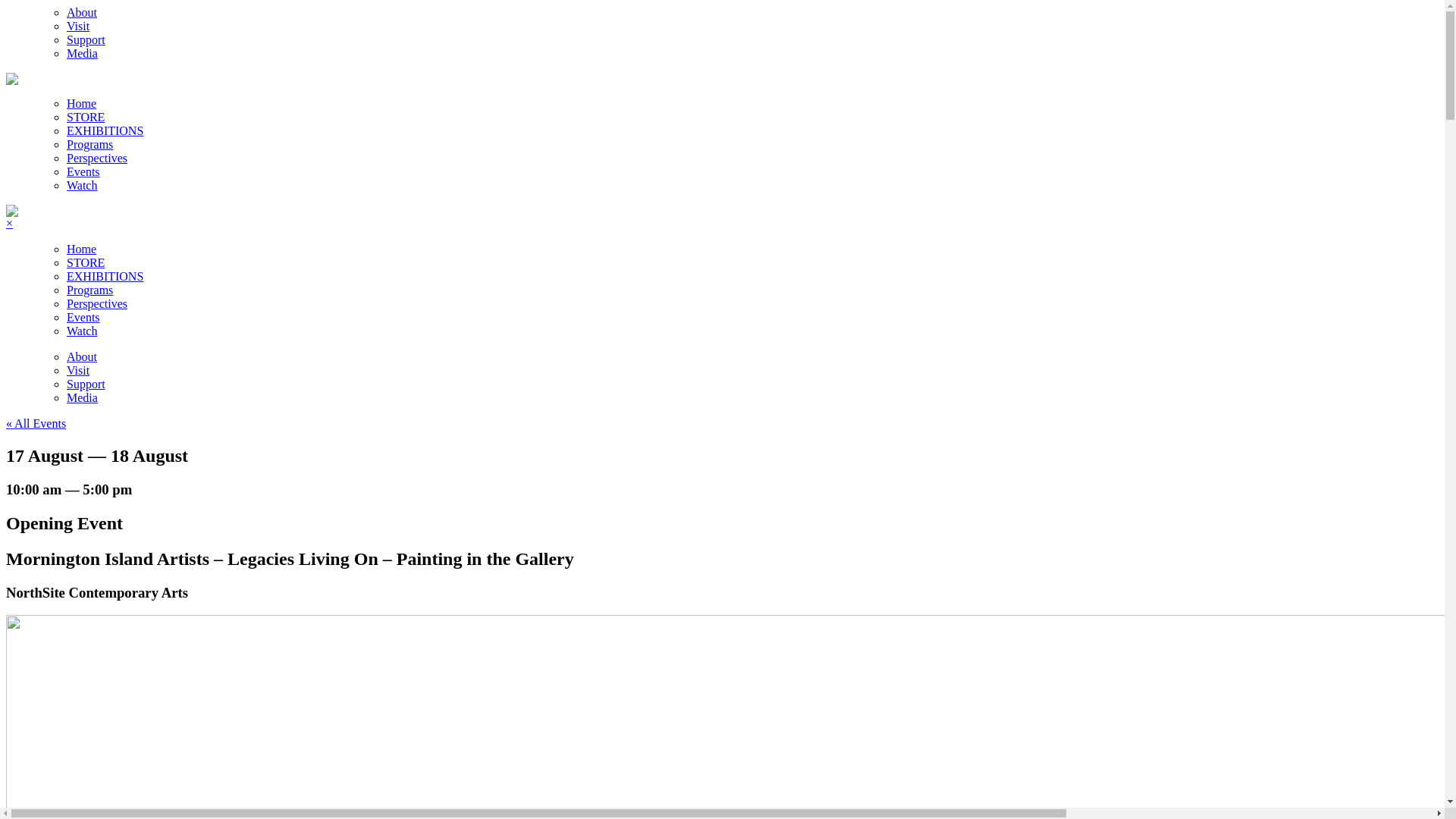  Describe the element at coordinates (65, 102) in the screenshot. I see `'Home'` at that location.